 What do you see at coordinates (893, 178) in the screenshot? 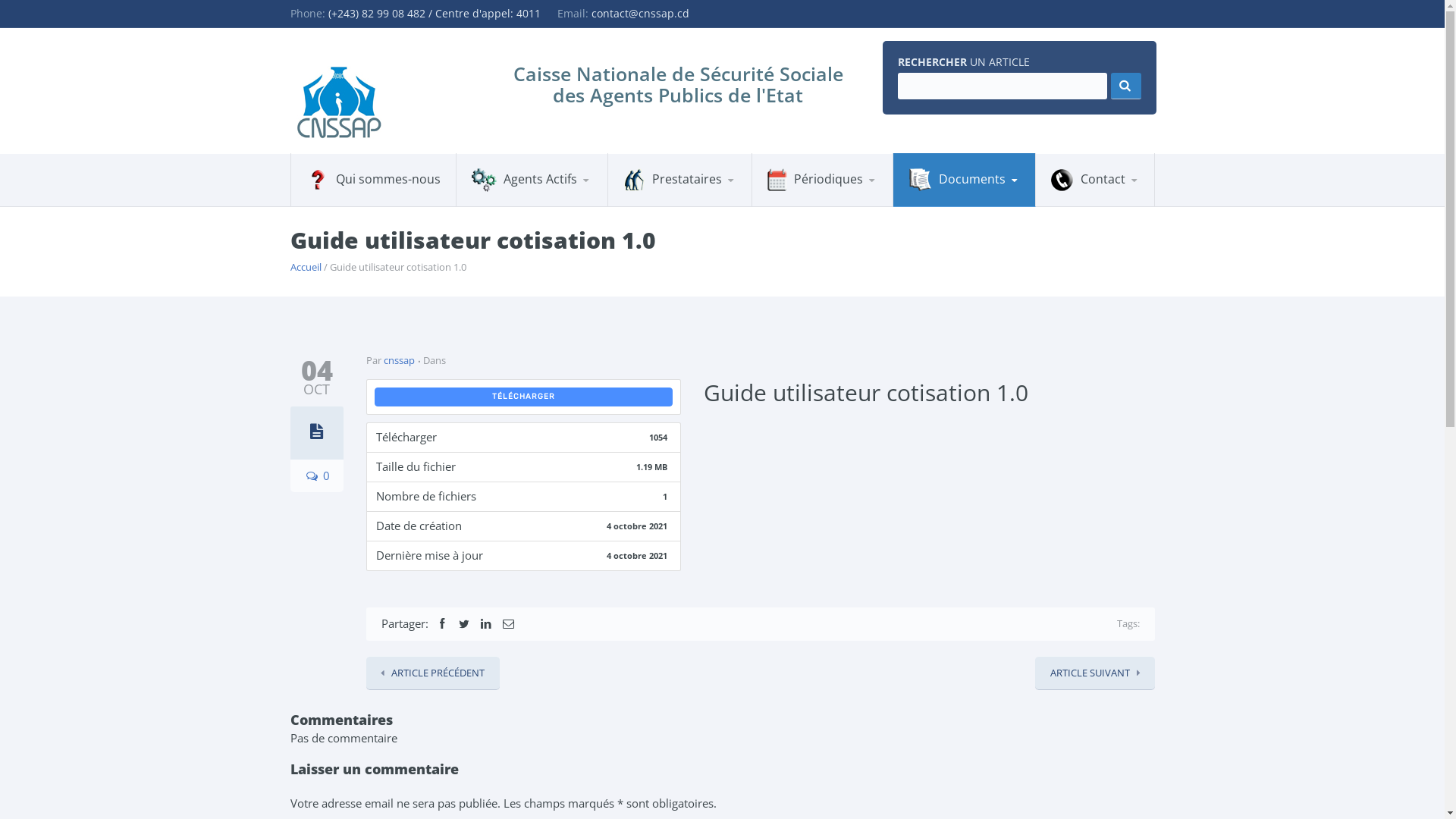
I see `'Documents'` at bounding box center [893, 178].